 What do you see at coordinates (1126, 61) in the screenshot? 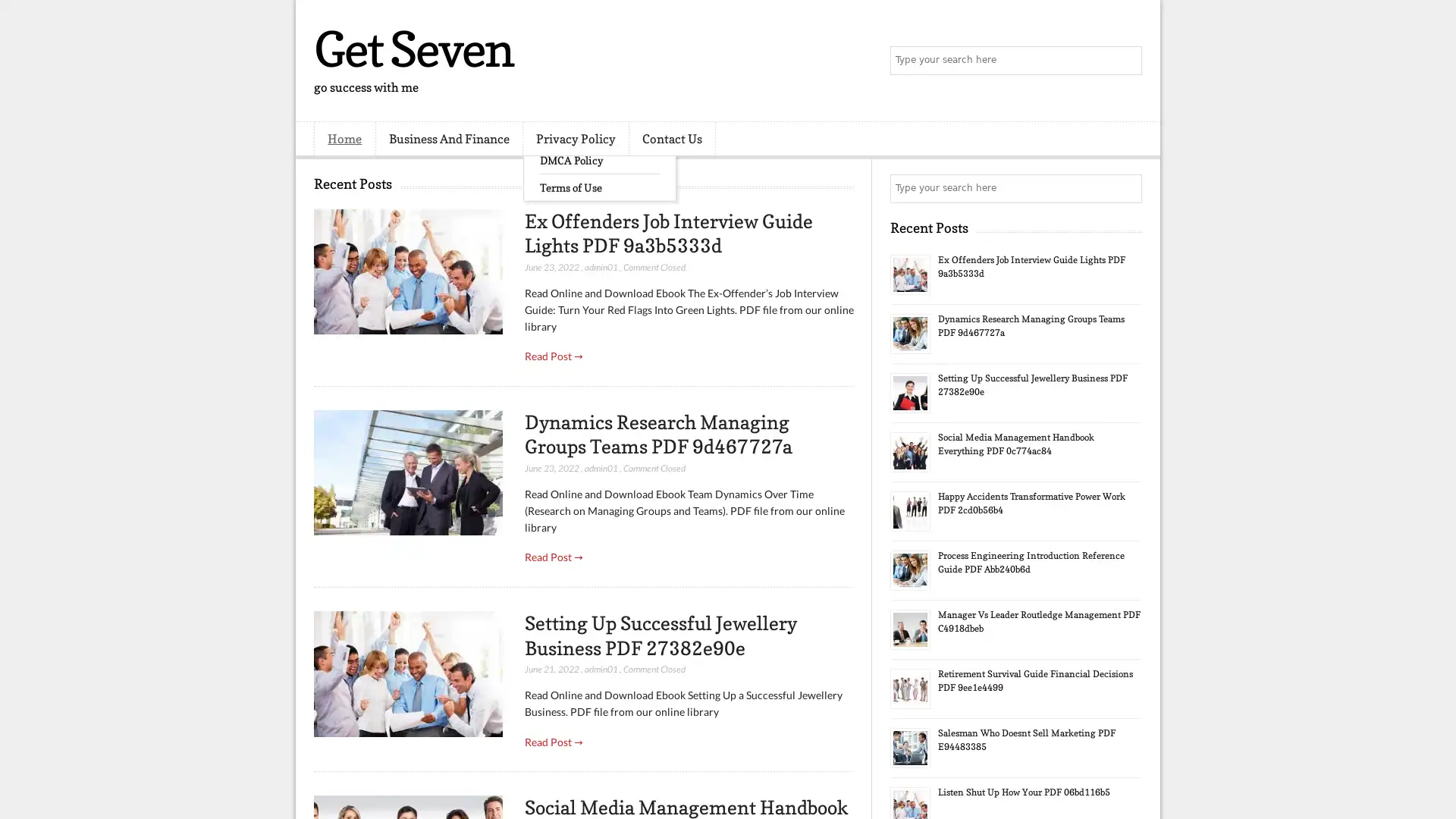
I see `Search` at bounding box center [1126, 61].